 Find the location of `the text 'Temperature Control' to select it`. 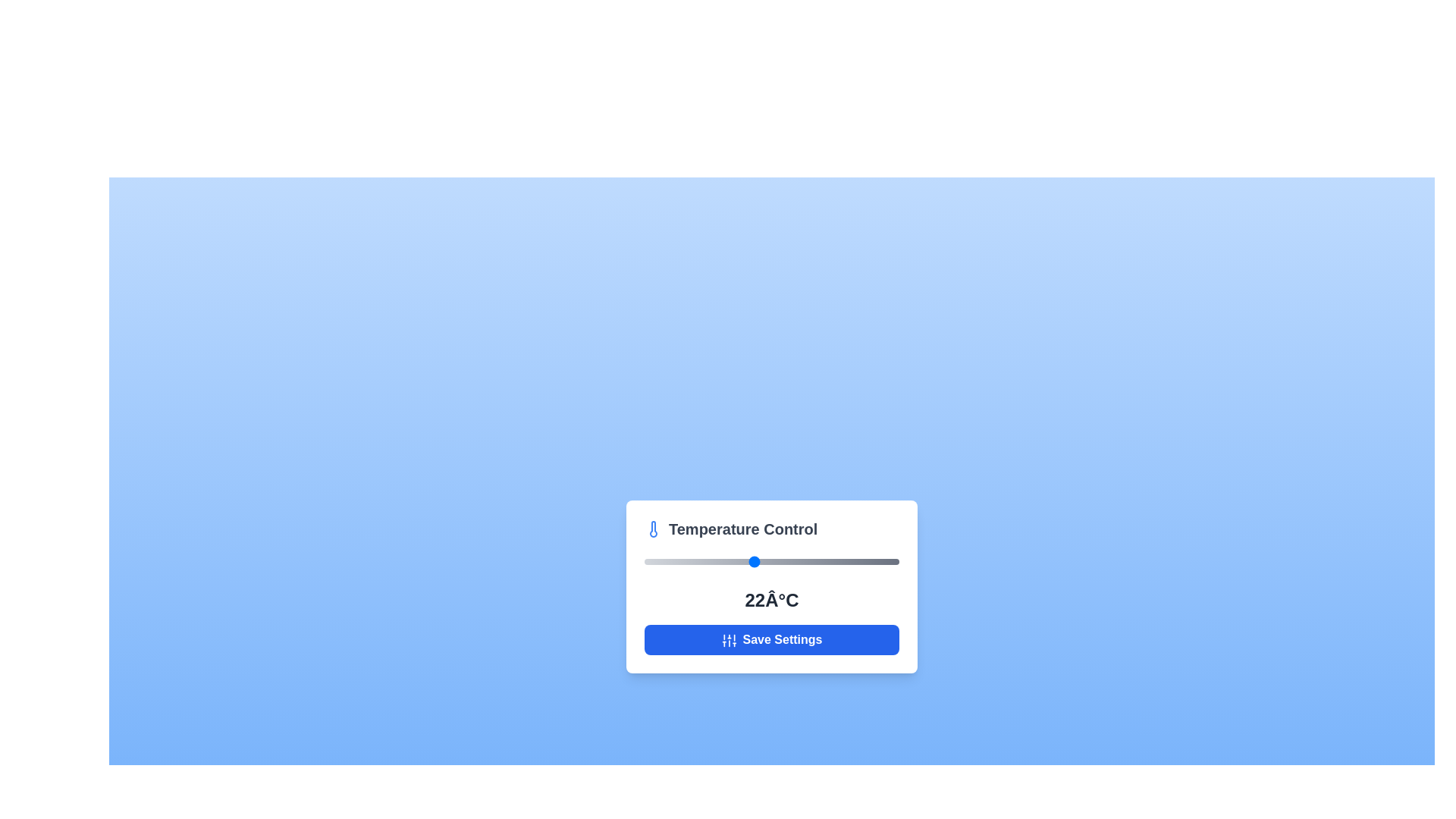

the text 'Temperature Control' to select it is located at coordinates (771, 529).